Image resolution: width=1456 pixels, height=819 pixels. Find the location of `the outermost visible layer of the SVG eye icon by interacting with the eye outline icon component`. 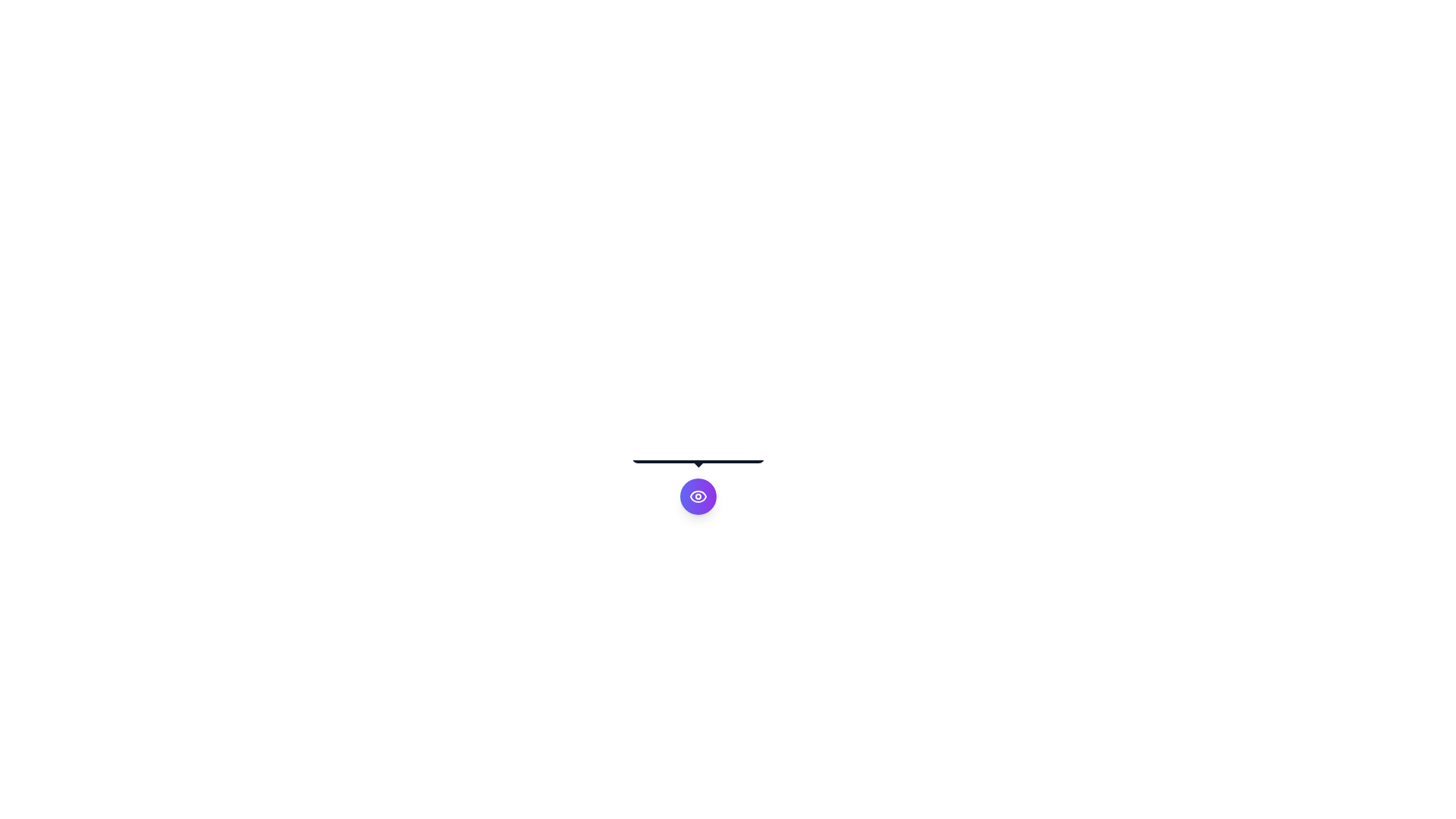

the outermost visible layer of the SVG eye icon by interacting with the eye outline icon component is located at coordinates (698, 497).